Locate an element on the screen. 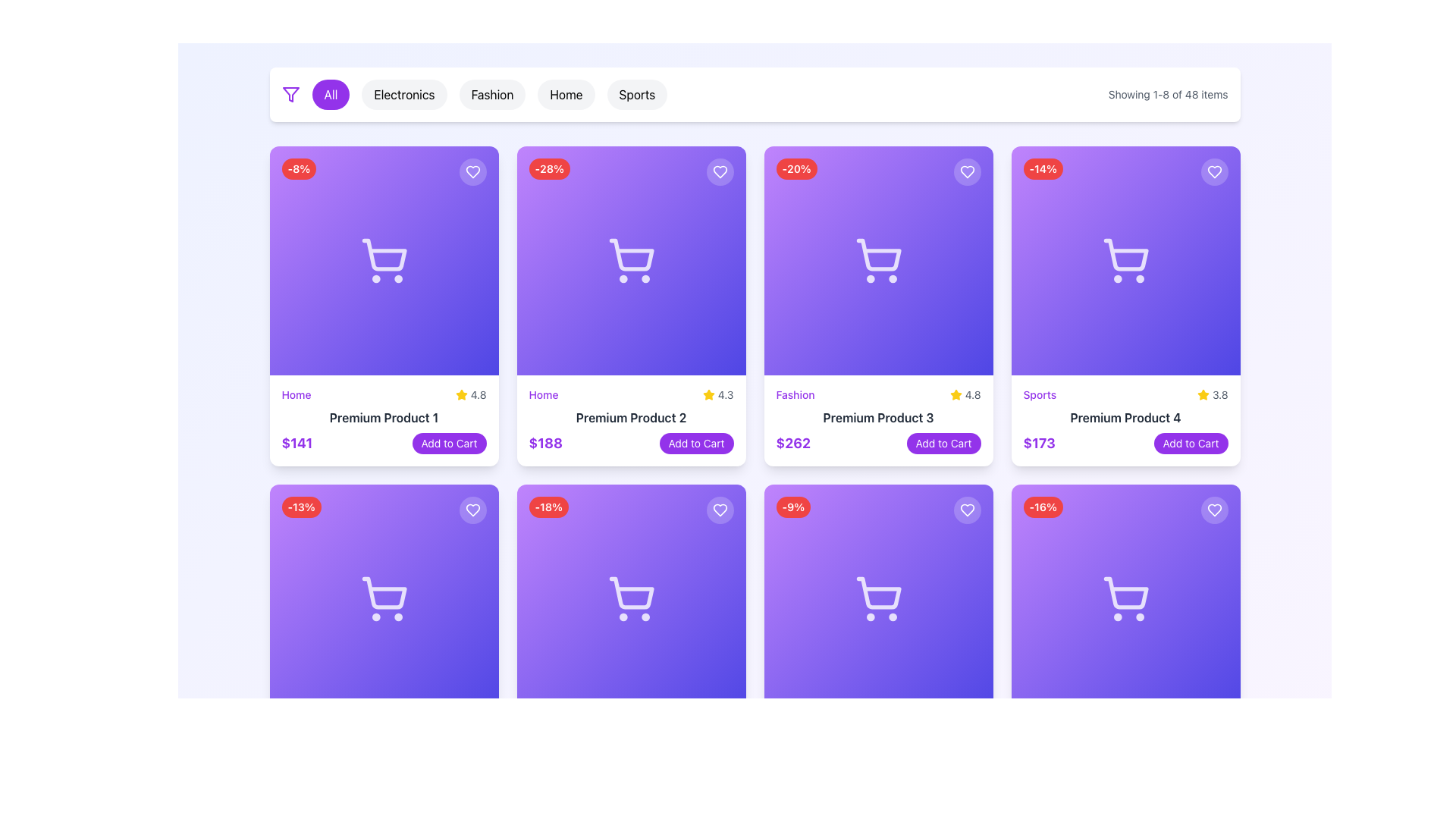 The width and height of the screenshot is (1456, 819). the favorite button located in the top-right corner of the first card in the grid, which is part of a purple gradient card and near the '-8%' discount label is located at coordinates (472, 171).